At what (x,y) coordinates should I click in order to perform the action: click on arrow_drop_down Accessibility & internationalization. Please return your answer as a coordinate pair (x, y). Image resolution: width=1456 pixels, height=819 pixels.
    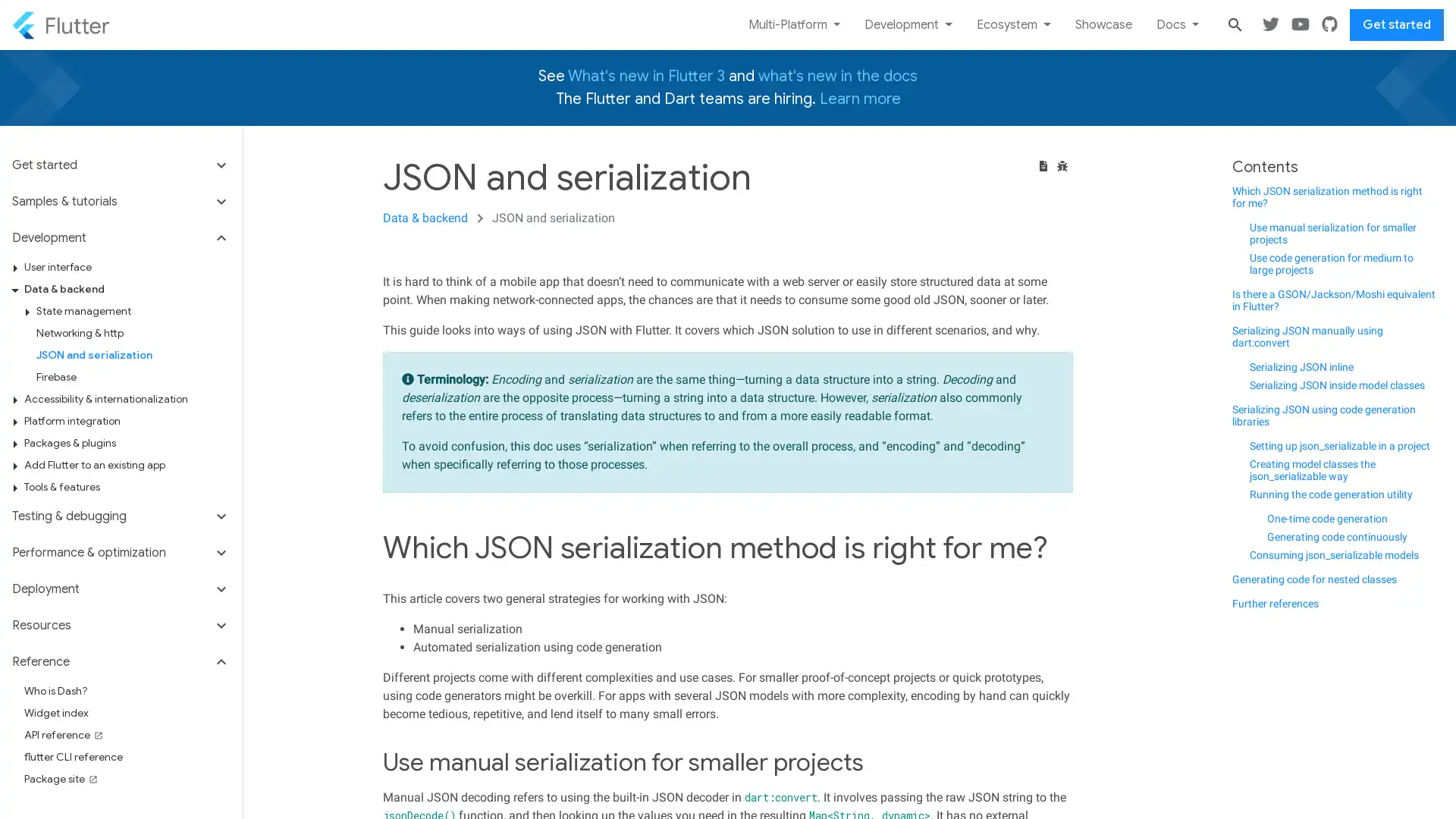
    Looking at the image, I should click on (127, 398).